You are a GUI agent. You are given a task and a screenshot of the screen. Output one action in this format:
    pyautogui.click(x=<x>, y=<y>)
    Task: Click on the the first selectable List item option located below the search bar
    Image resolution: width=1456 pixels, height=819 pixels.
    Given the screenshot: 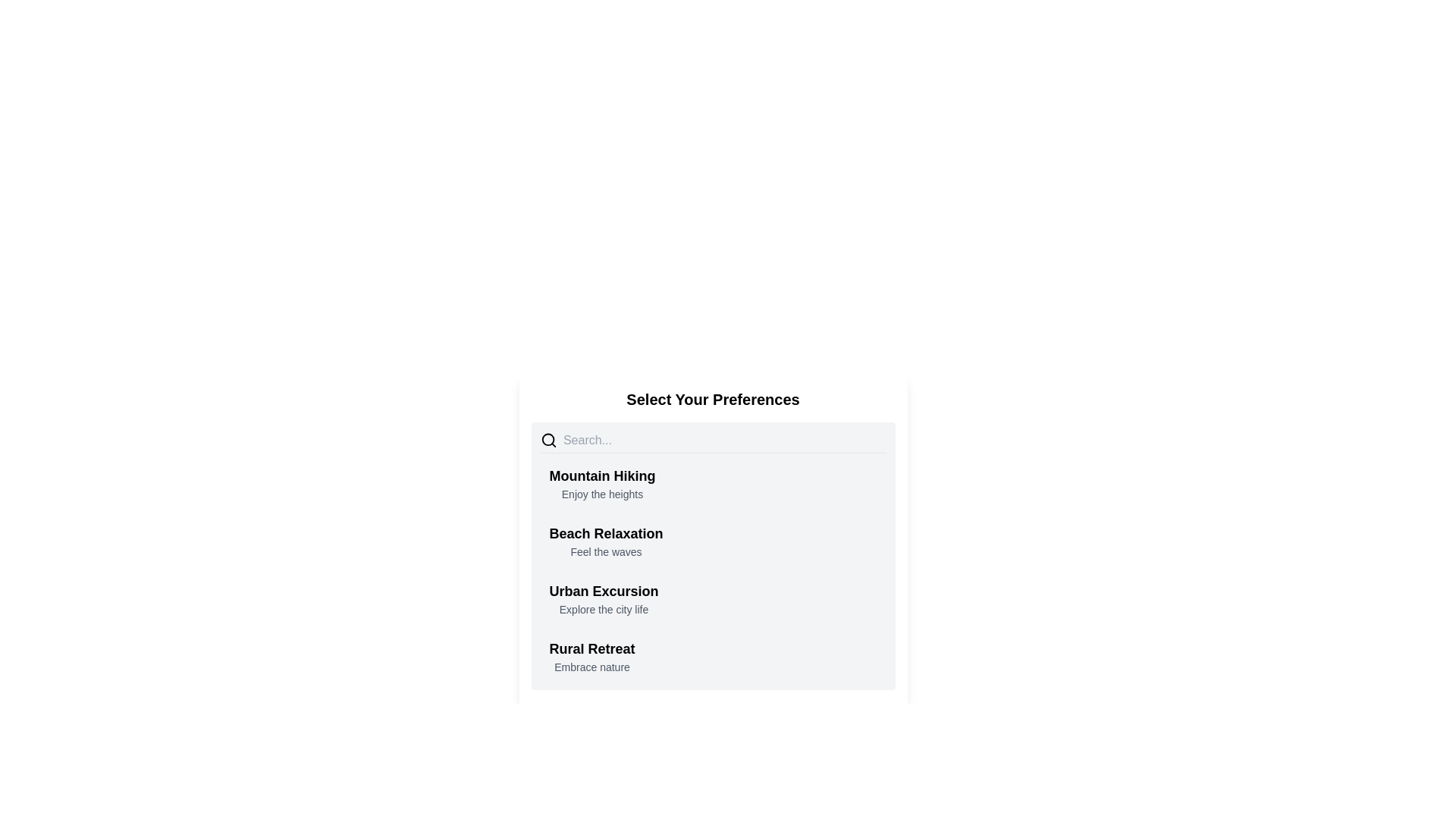 What is the action you would take?
    pyautogui.click(x=712, y=483)
    